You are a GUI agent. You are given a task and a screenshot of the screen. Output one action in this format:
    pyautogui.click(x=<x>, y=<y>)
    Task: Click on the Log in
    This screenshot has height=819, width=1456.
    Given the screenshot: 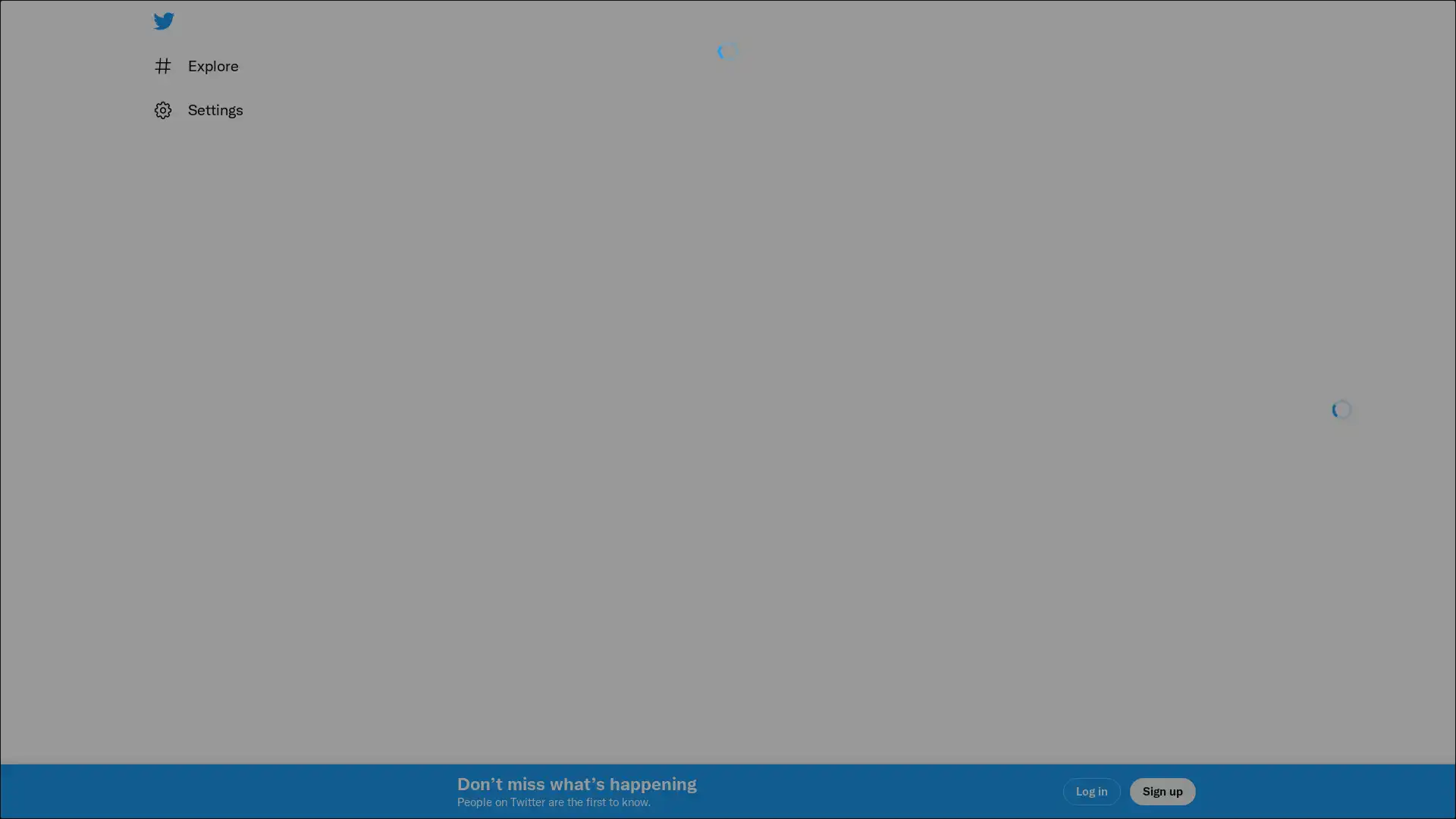 What is the action you would take?
    pyautogui.click(x=910, y=516)
    